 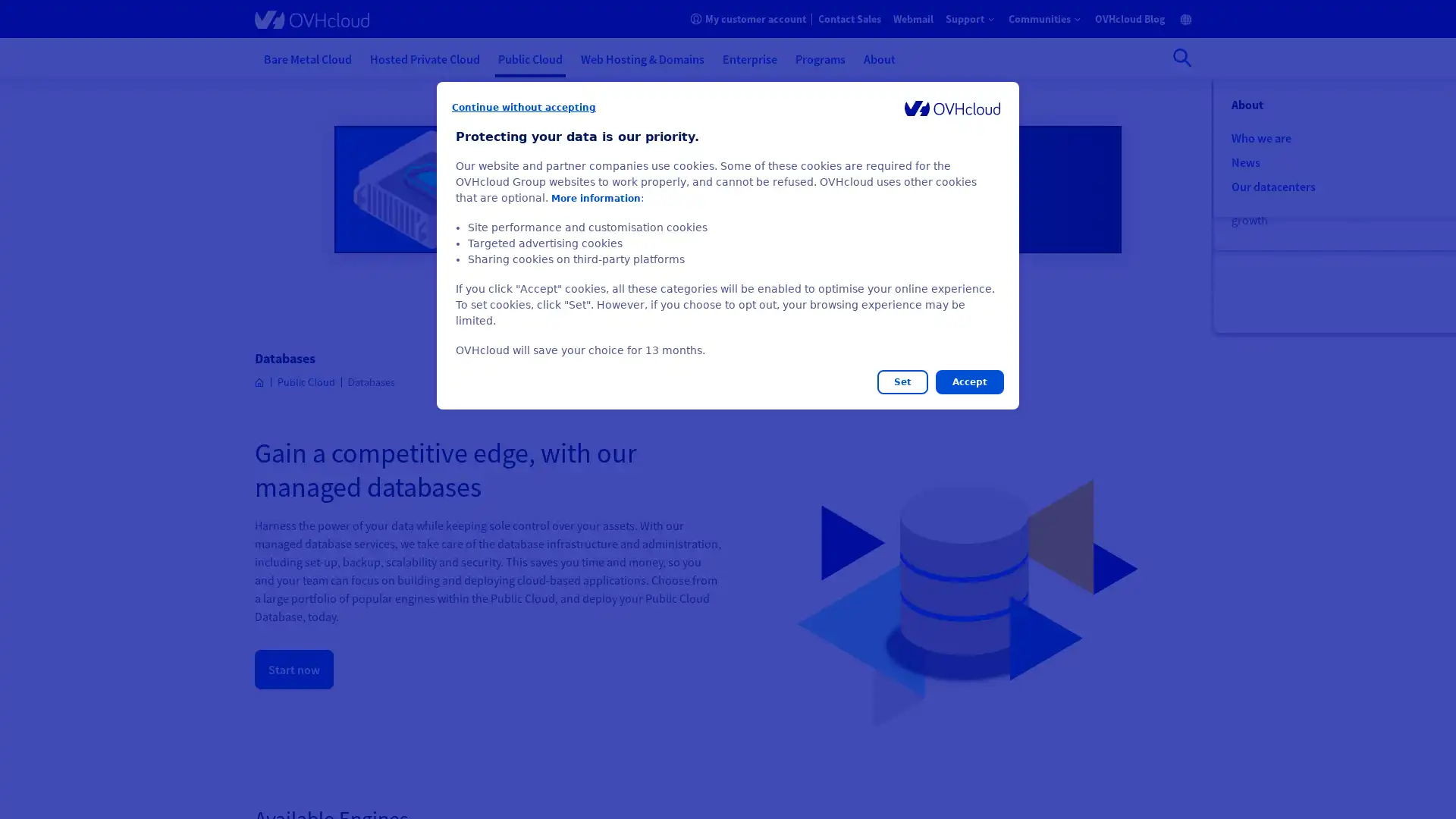 I want to click on Open search bar, so click(x=1181, y=57).